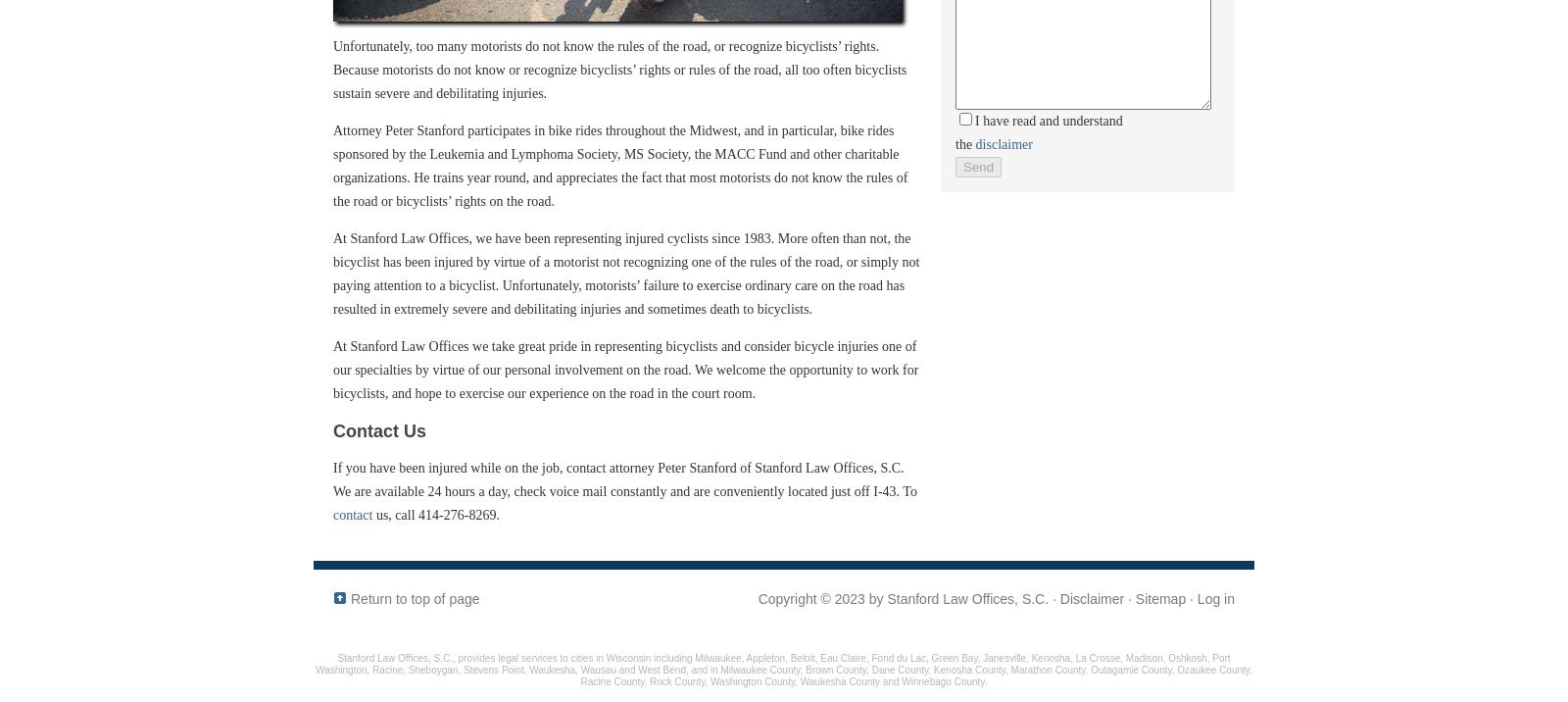 The image size is (1568, 702). I want to click on 'Attorney Peter Stanford participates in bike rides throughout the Midwest, and in particular, bike rides sponsored by the Leukemia and Lymphoma Society, MS Society, the MACC Fund and other charitable organizations. He trains year round, and appreciates the fact that most motorists do not know the rules of the road or bicyclists’ rights on the road.', so click(619, 165).